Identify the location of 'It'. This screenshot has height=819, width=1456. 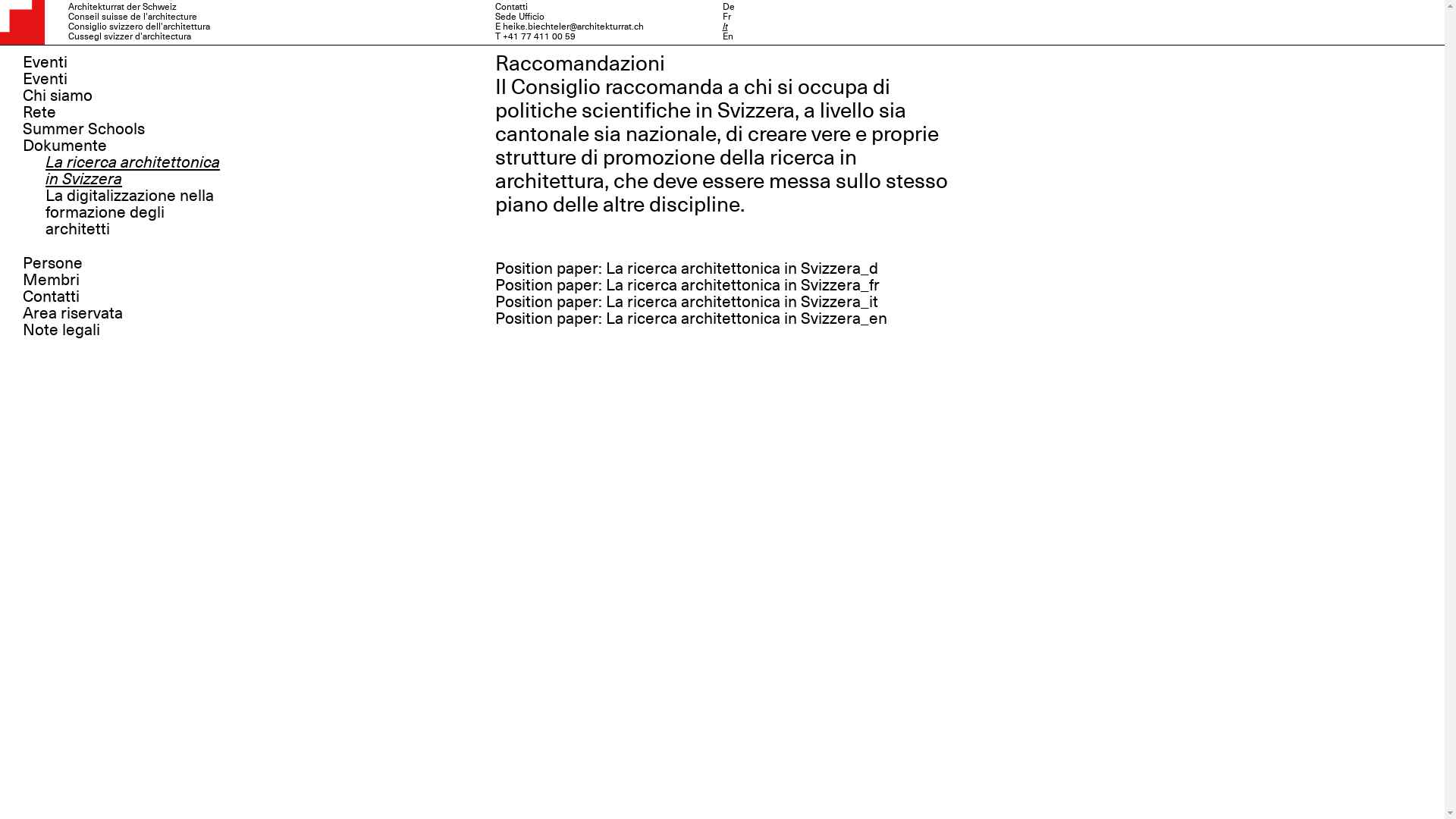
(723, 26).